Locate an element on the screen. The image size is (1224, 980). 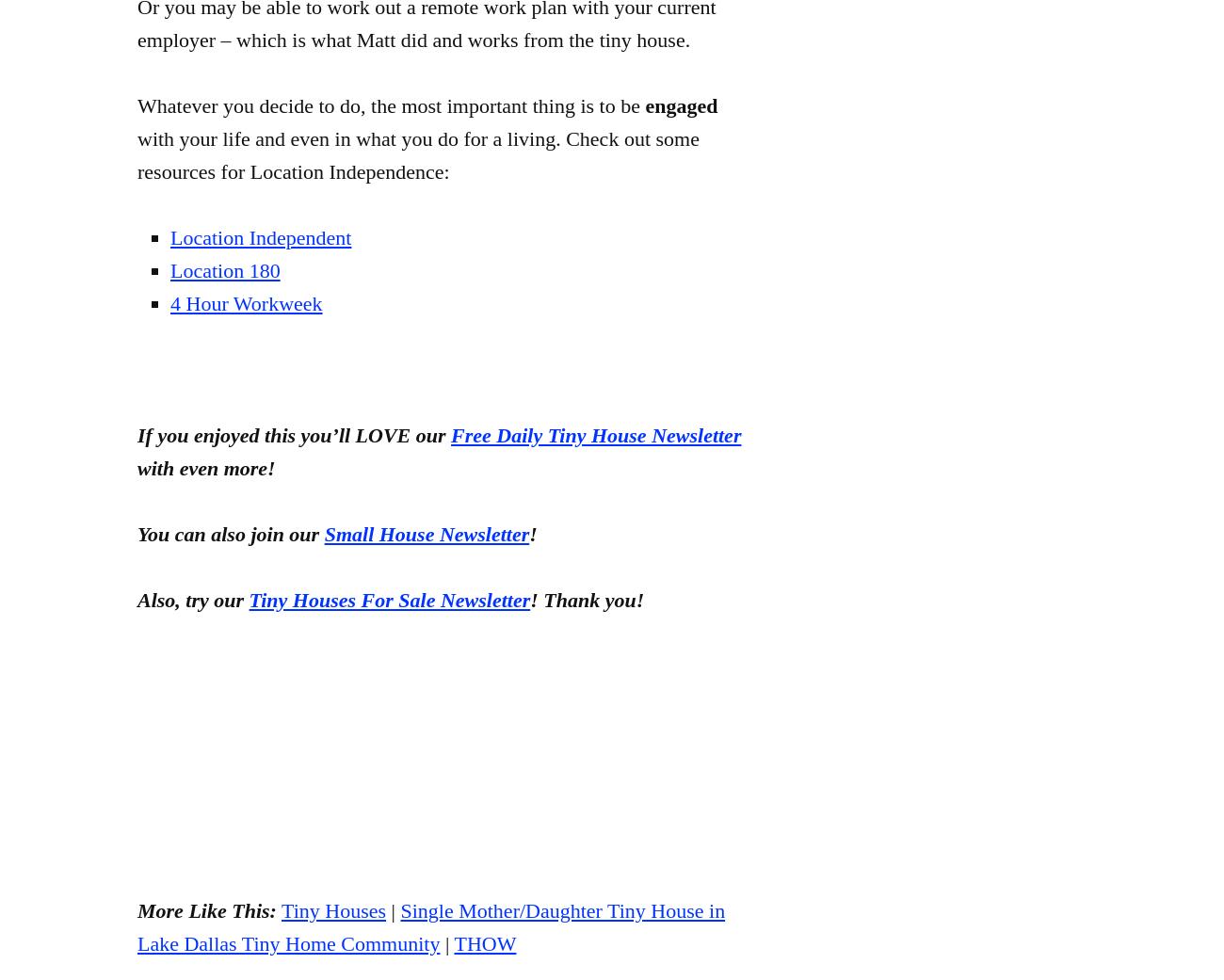
'! Thank you!' is located at coordinates (587, 599).